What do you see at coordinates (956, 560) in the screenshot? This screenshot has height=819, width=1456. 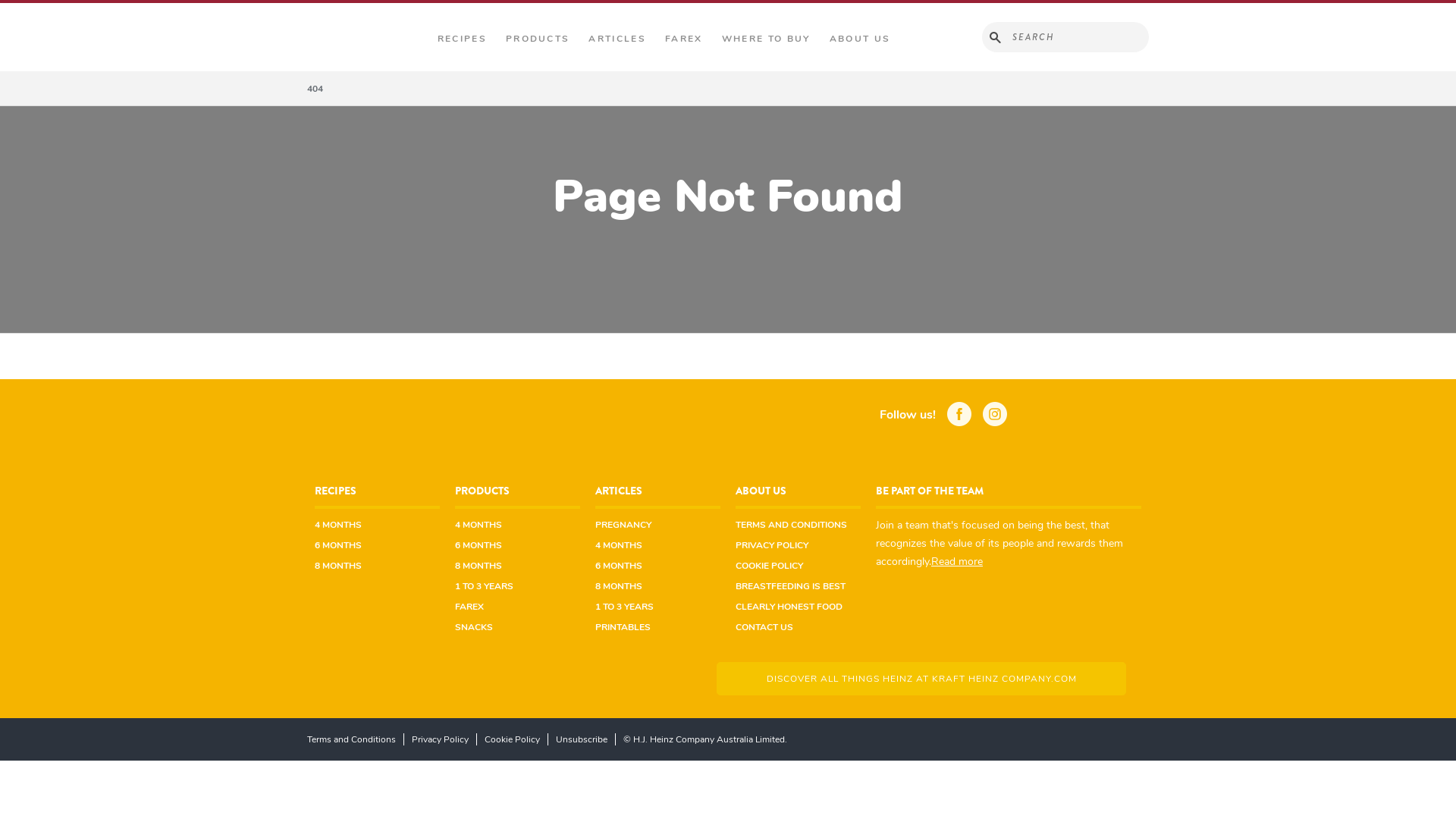 I see `'Read more'` at bounding box center [956, 560].